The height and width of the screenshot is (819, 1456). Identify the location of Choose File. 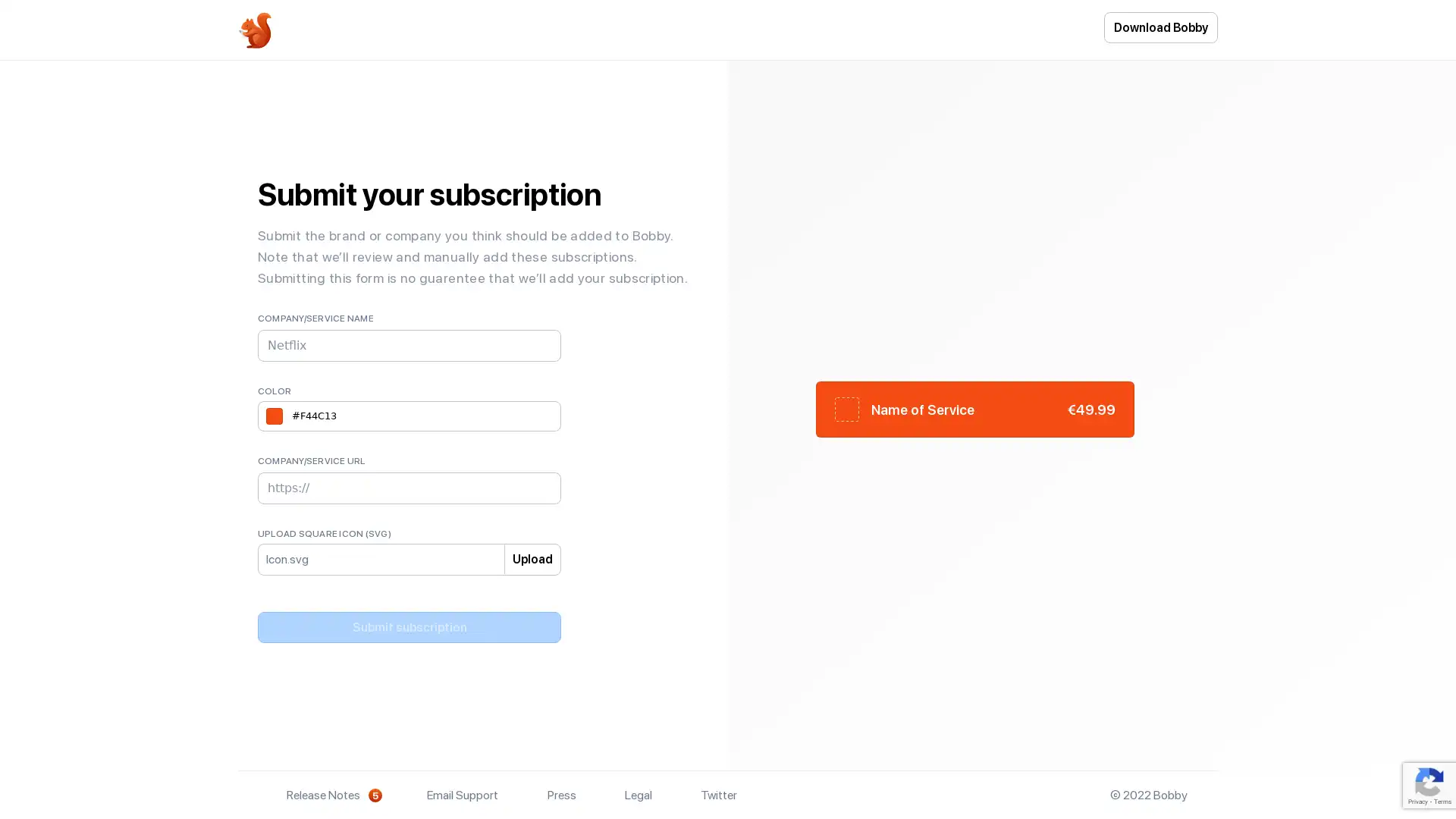
(315, 569).